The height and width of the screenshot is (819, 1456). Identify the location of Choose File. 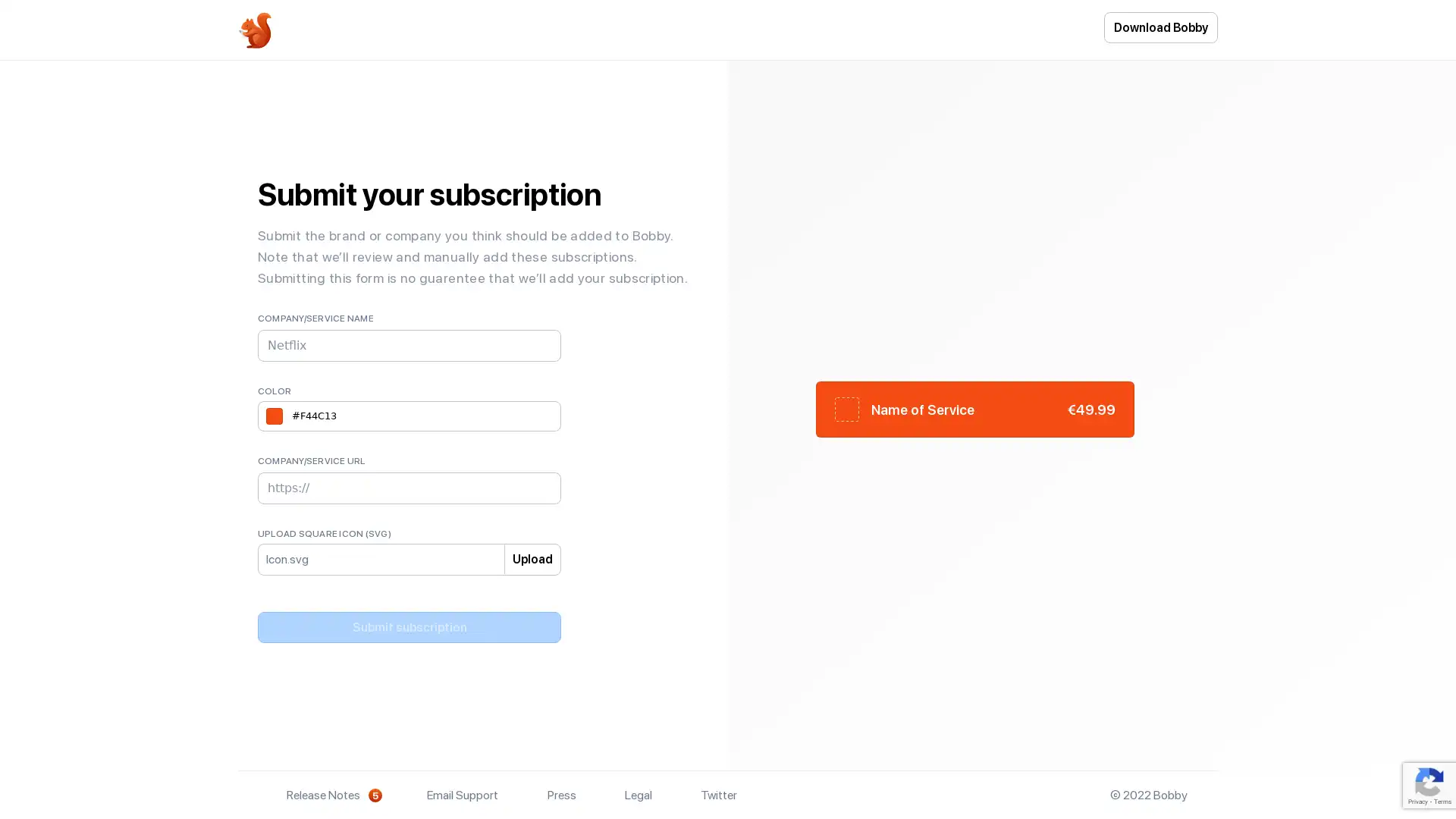
(315, 569).